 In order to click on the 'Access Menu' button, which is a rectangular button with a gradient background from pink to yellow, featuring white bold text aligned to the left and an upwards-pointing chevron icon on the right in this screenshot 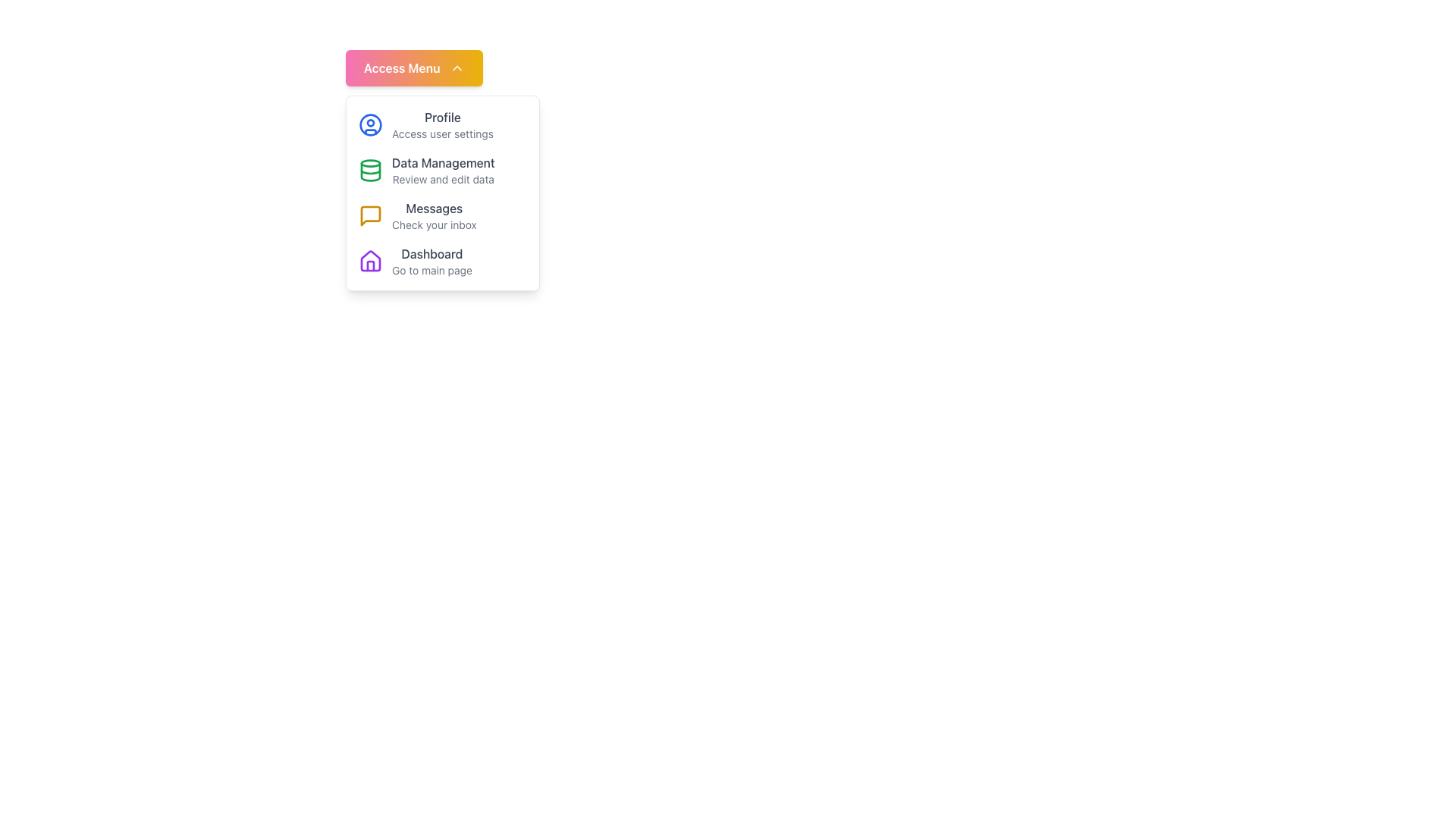, I will do `click(414, 67)`.